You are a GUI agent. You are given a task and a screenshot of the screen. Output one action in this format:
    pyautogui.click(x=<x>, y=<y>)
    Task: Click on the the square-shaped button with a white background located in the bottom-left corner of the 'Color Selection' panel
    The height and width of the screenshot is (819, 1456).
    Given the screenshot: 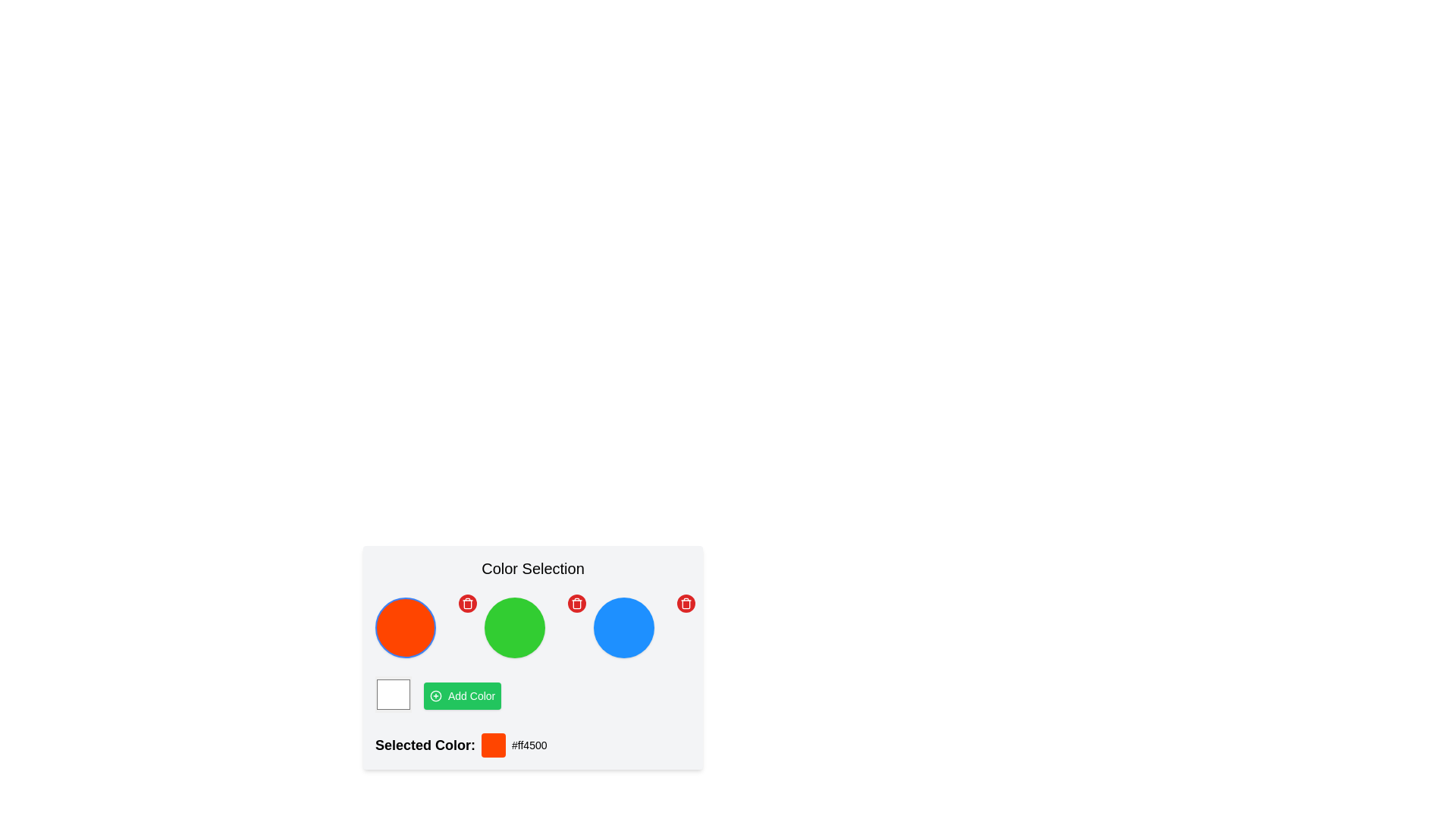 What is the action you would take?
    pyautogui.click(x=393, y=694)
    